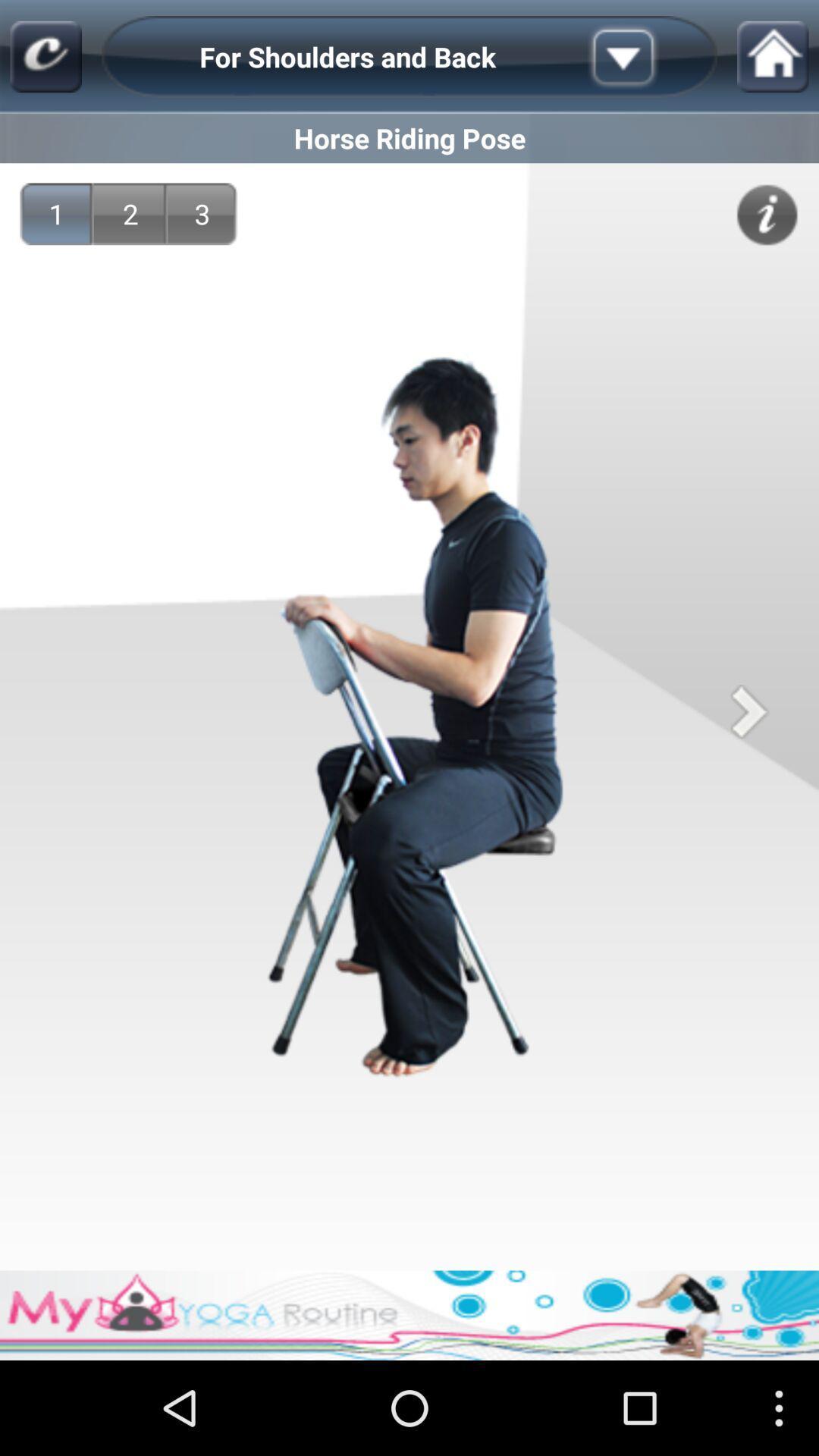 The image size is (819, 1456). I want to click on 1 app, so click(55, 213).